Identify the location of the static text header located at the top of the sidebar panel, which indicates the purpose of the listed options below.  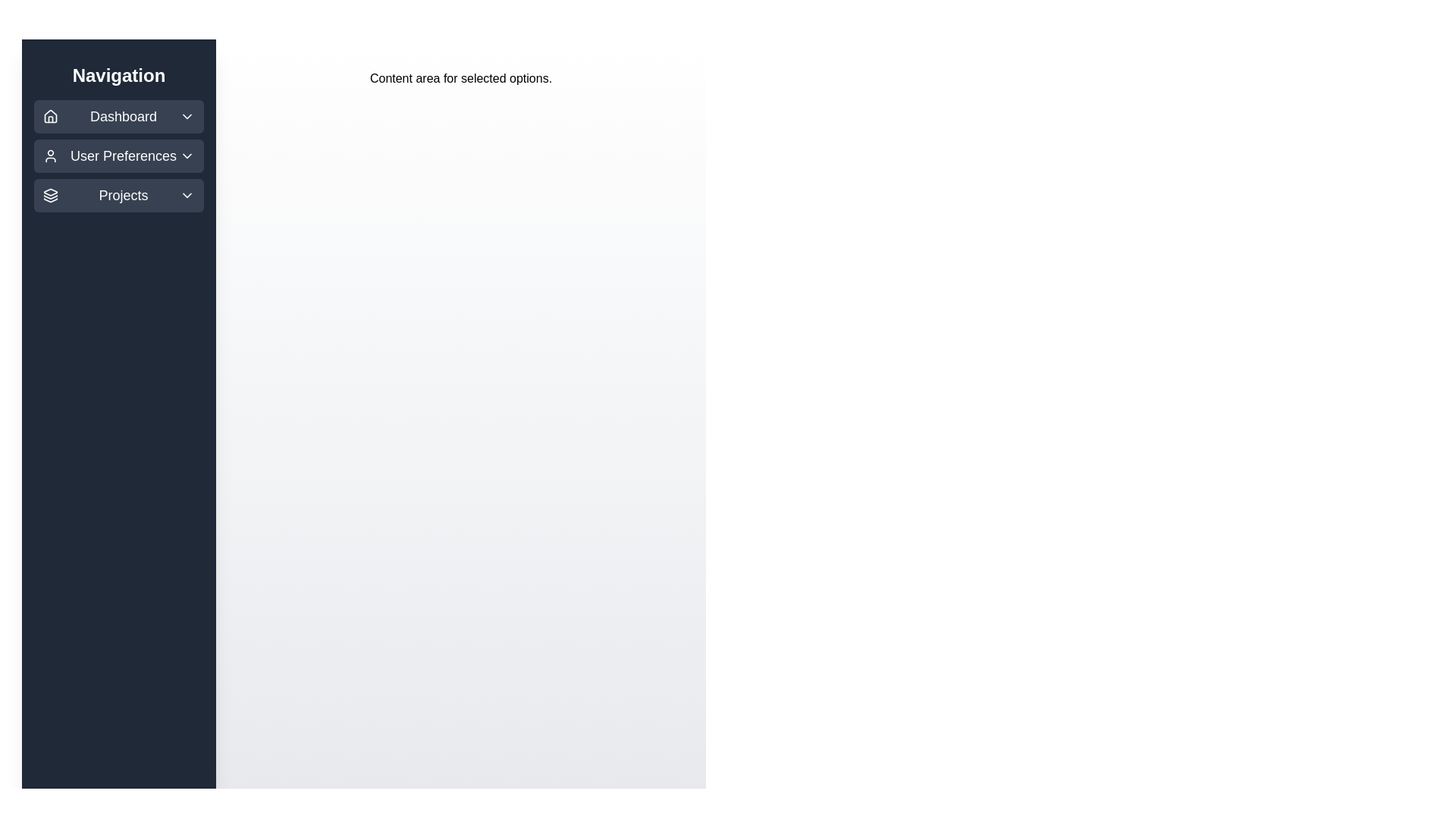
(118, 76).